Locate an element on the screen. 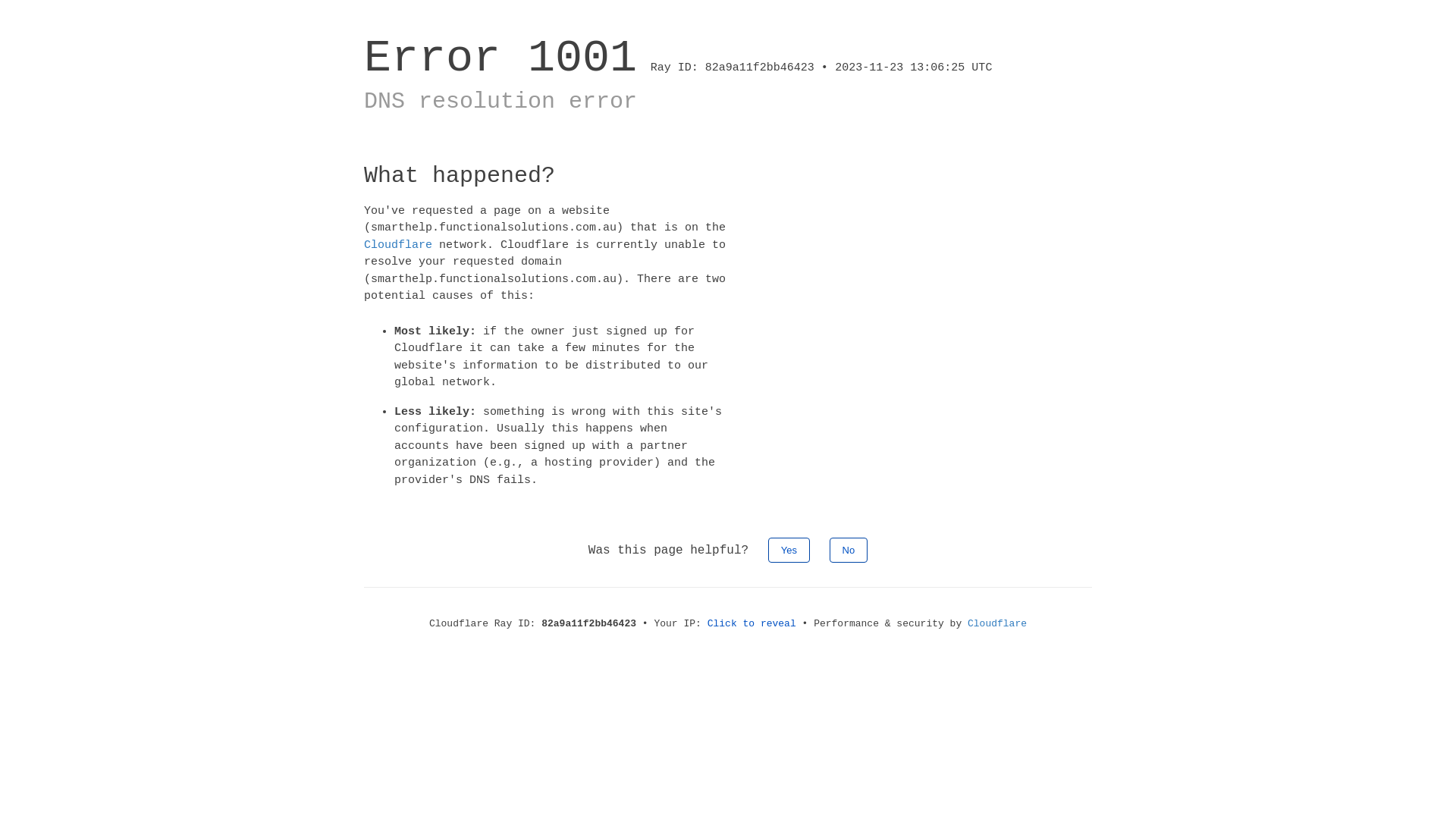 Image resolution: width=1456 pixels, height=819 pixels. 'Cloudflare' is located at coordinates (397, 243).